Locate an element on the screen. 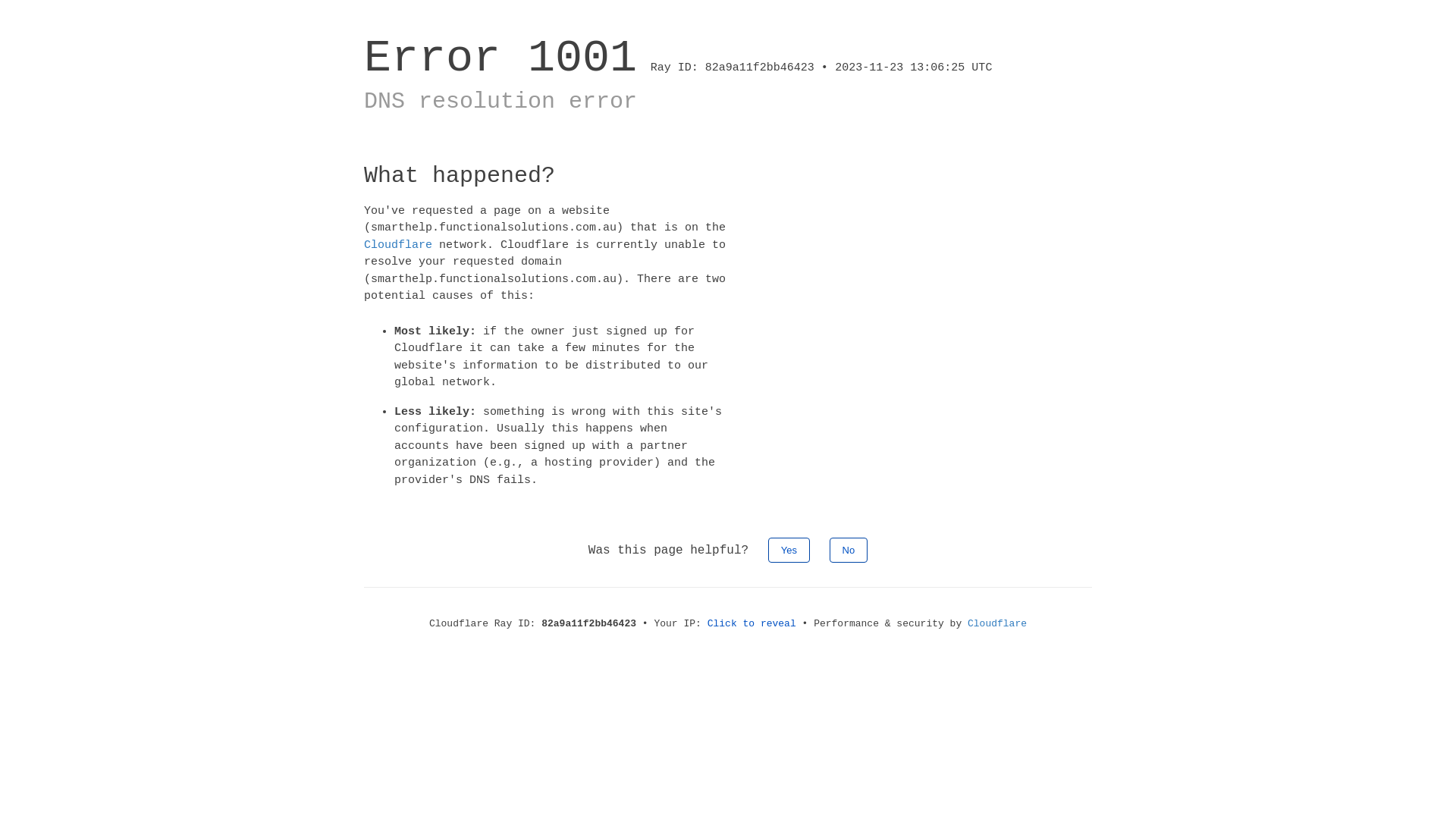 Image resolution: width=1456 pixels, height=819 pixels. 'Cloudflare' is located at coordinates (397, 243).